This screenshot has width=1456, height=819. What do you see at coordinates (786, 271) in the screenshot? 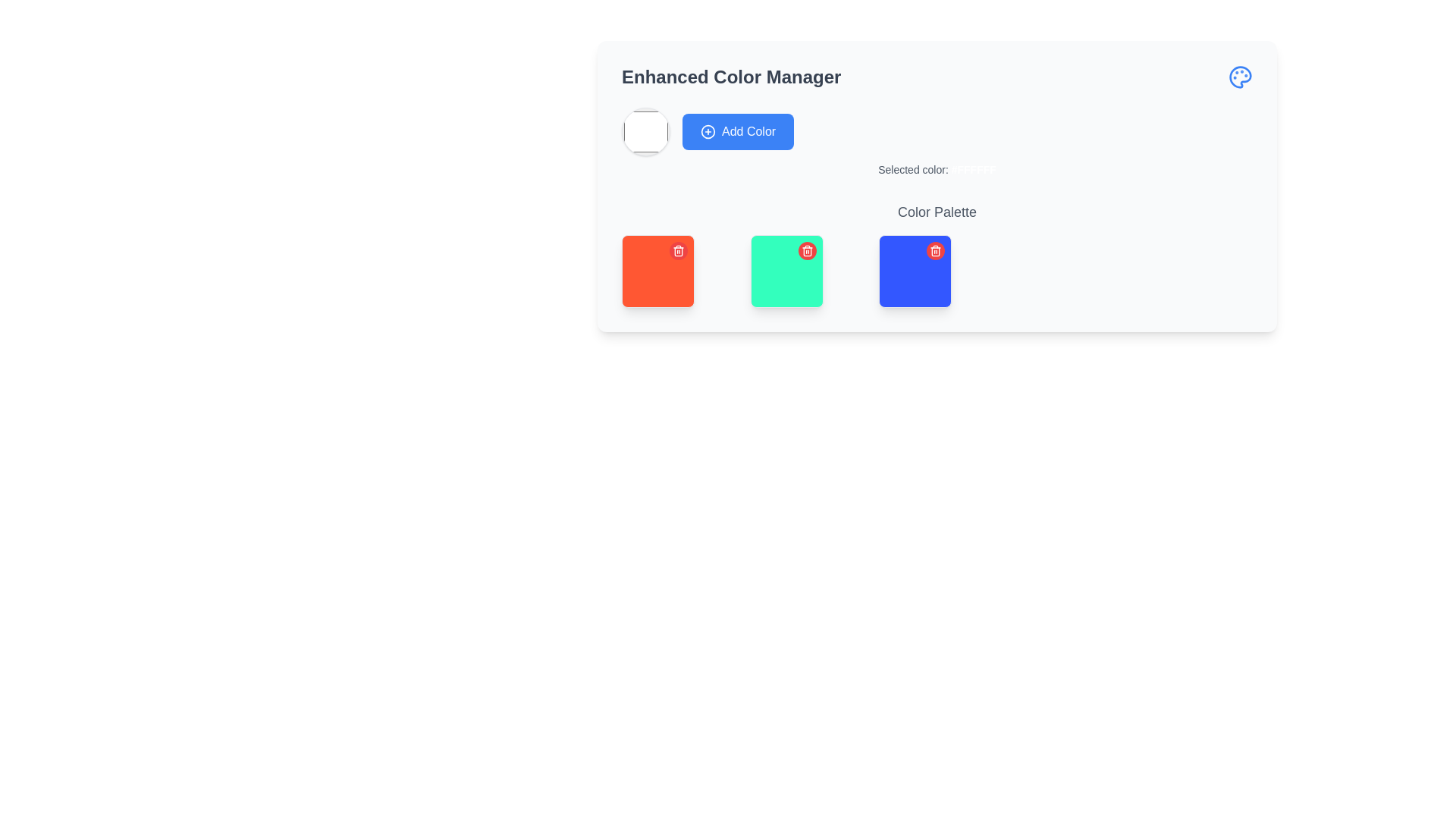
I see `the interactive color tile with a remove button` at bounding box center [786, 271].